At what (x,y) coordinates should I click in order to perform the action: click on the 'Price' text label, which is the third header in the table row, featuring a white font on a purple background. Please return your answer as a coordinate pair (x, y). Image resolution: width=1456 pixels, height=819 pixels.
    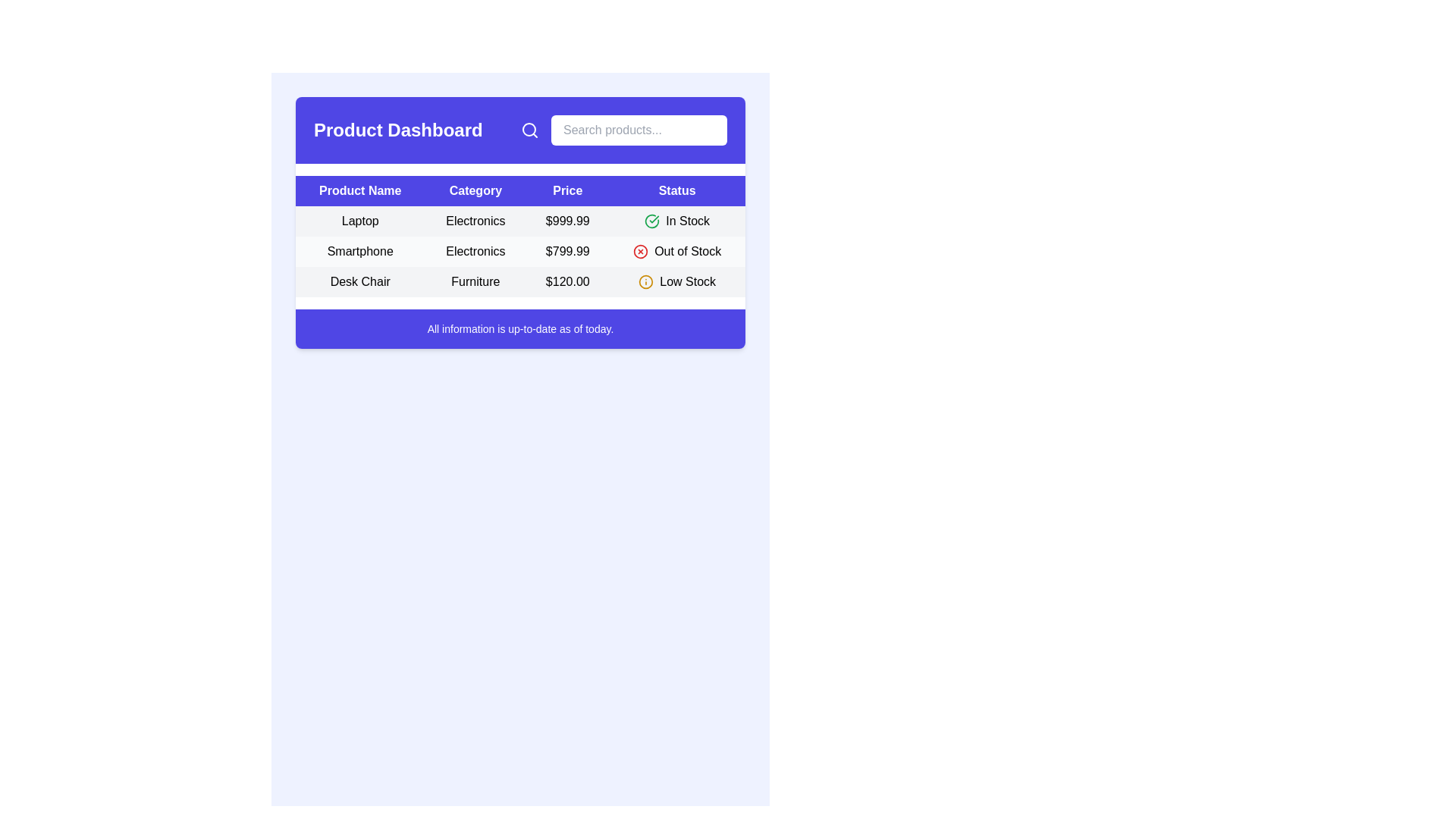
    Looking at the image, I should click on (566, 190).